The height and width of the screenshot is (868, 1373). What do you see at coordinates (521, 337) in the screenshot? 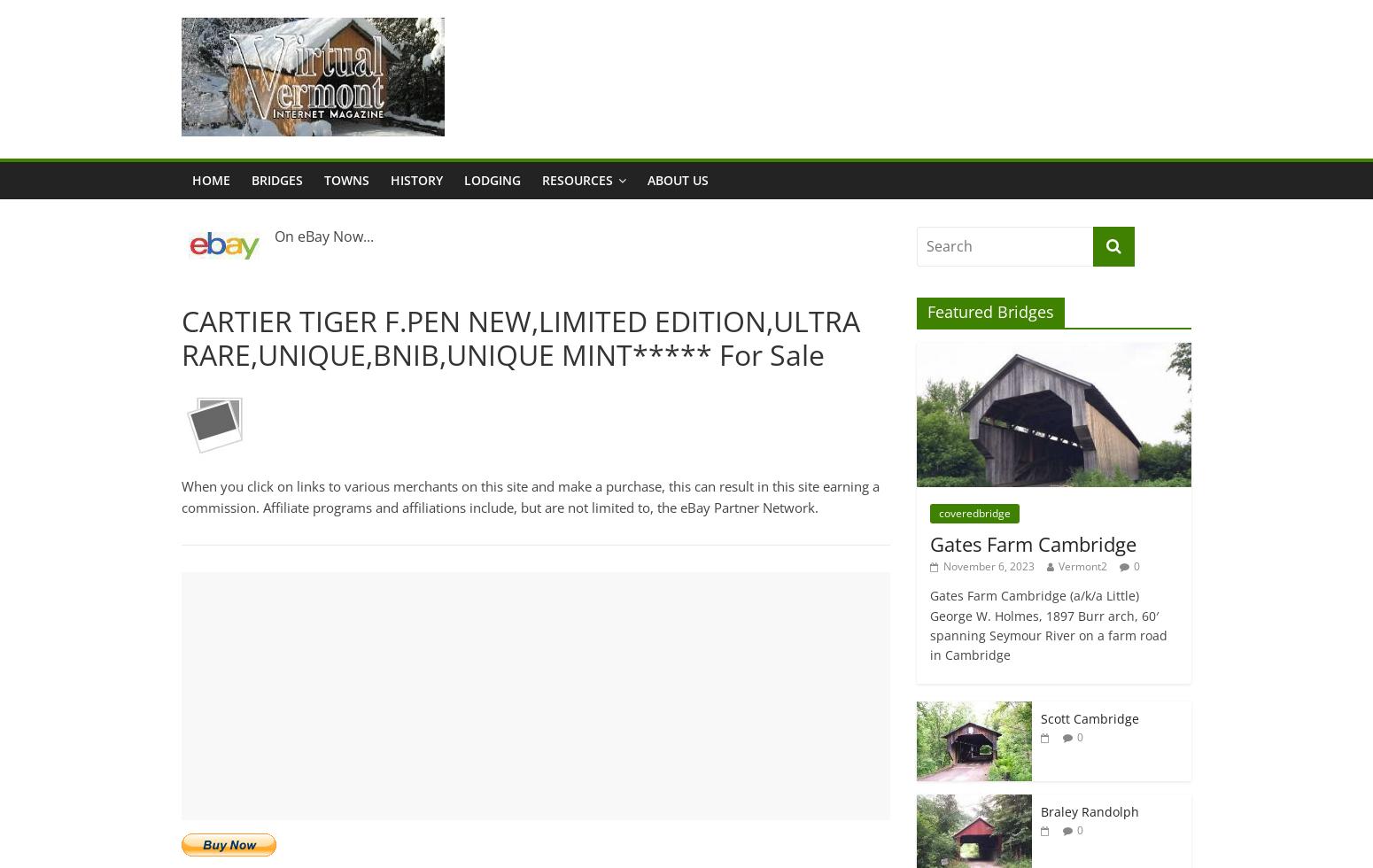
I see `'CARTIER TIGER F.PEN NEW,LIMITED EDITION,ULTRA RARE,UNIQUE,BNIB,UNIQUE MINT***** For Sale'` at bounding box center [521, 337].